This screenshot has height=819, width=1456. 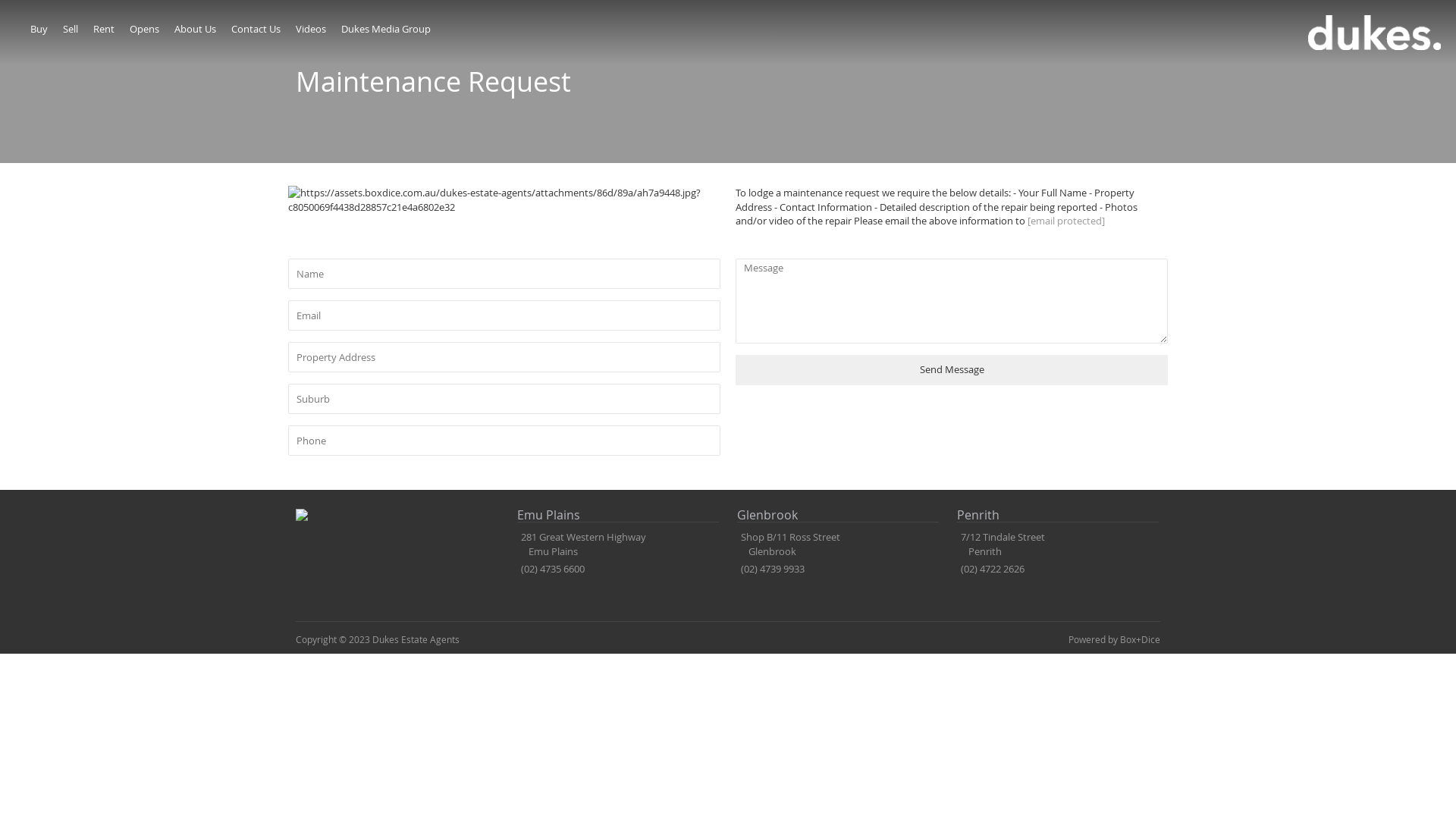 I want to click on 'Emu Plains', so click(x=618, y=515).